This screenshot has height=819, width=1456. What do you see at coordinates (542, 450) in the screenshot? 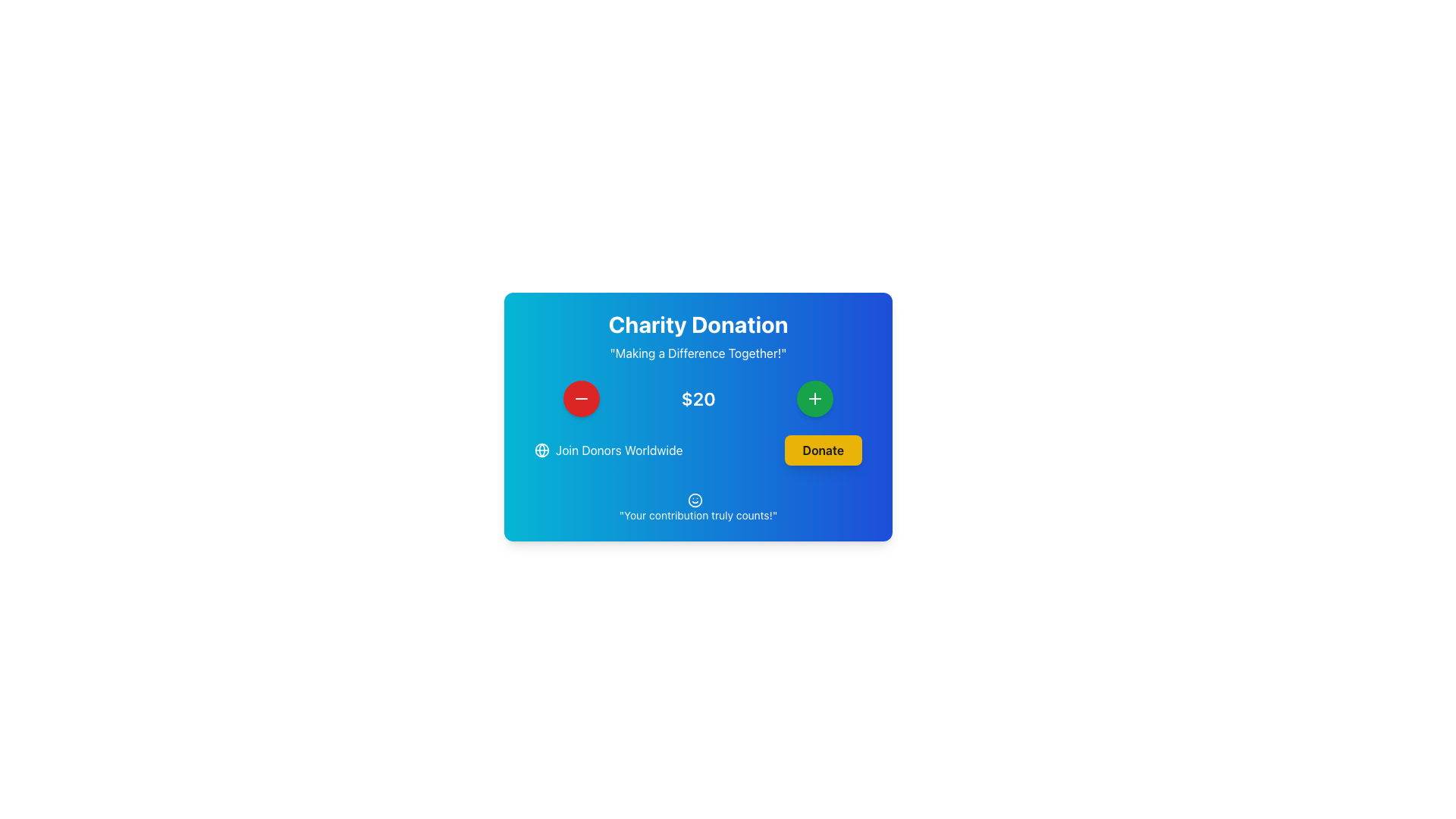
I see `the blue circular globe icon within the SVG graphic` at bounding box center [542, 450].